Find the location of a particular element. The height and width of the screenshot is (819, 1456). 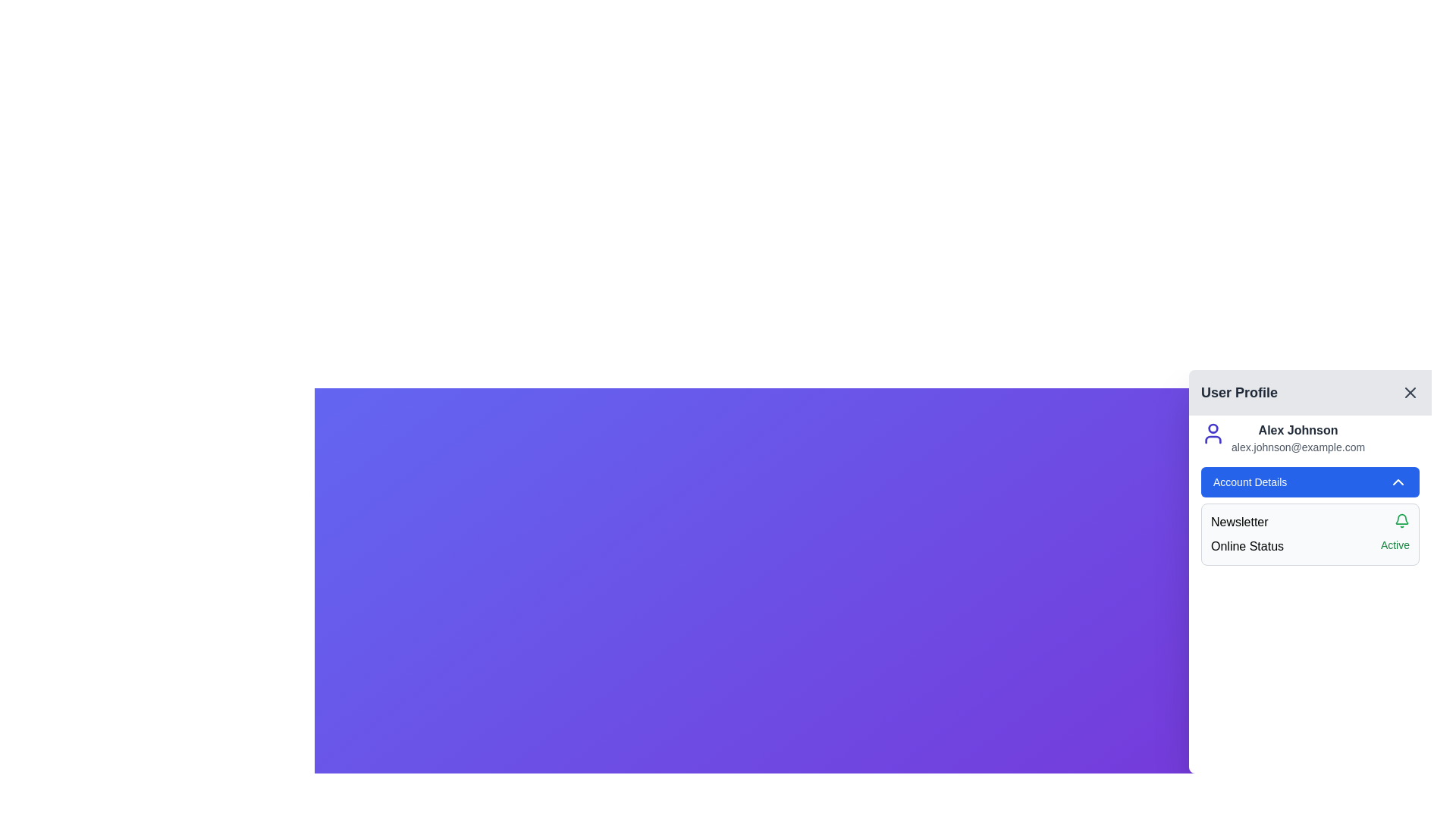

the 'X' icon button located at the top-right corner of the 'User Profile' header is located at coordinates (1410, 391).